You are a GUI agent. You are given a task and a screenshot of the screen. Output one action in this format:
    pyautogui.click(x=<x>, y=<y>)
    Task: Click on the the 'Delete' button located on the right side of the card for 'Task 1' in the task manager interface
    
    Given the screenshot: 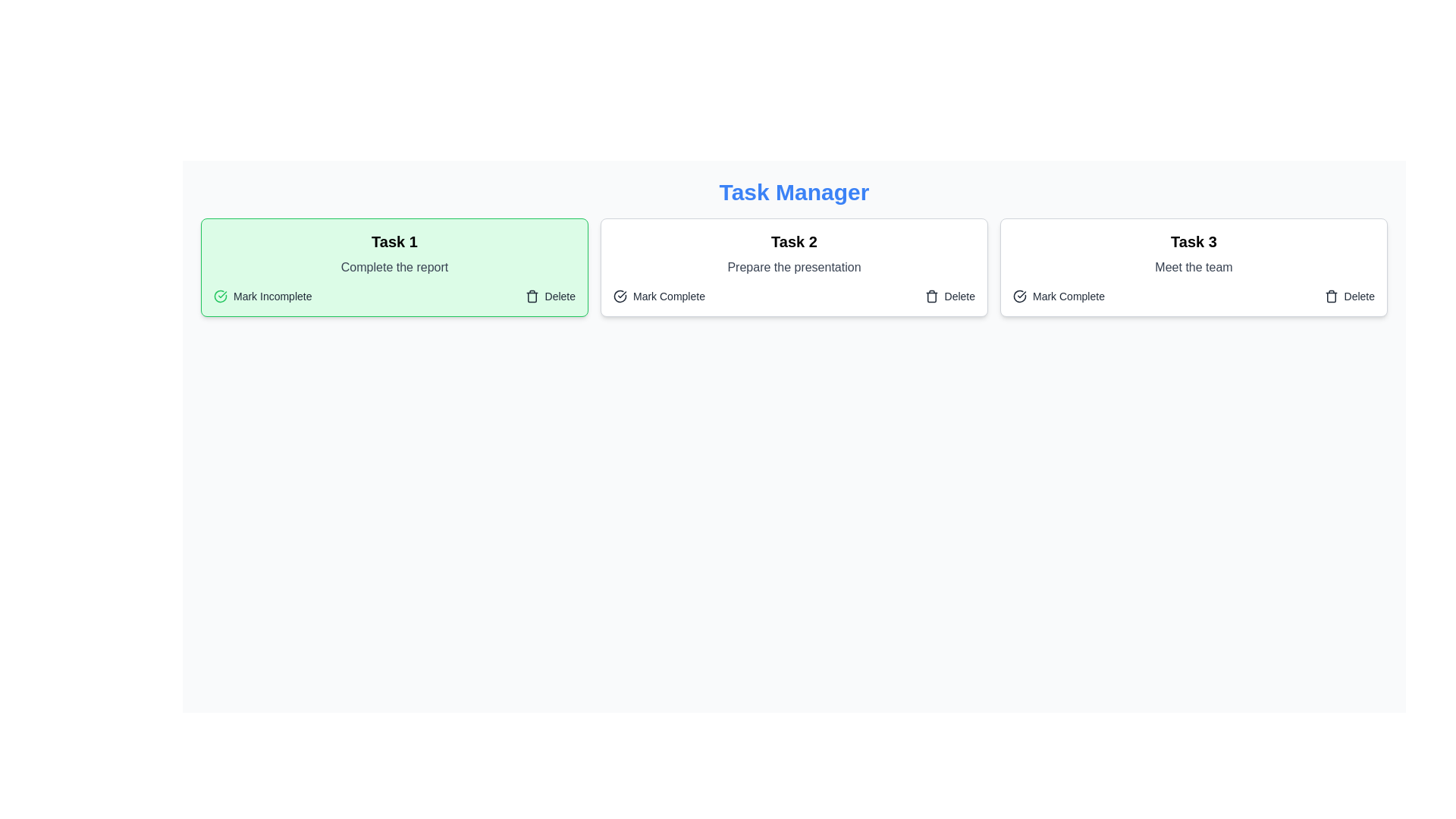 What is the action you would take?
    pyautogui.click(x=549, y=296)
    